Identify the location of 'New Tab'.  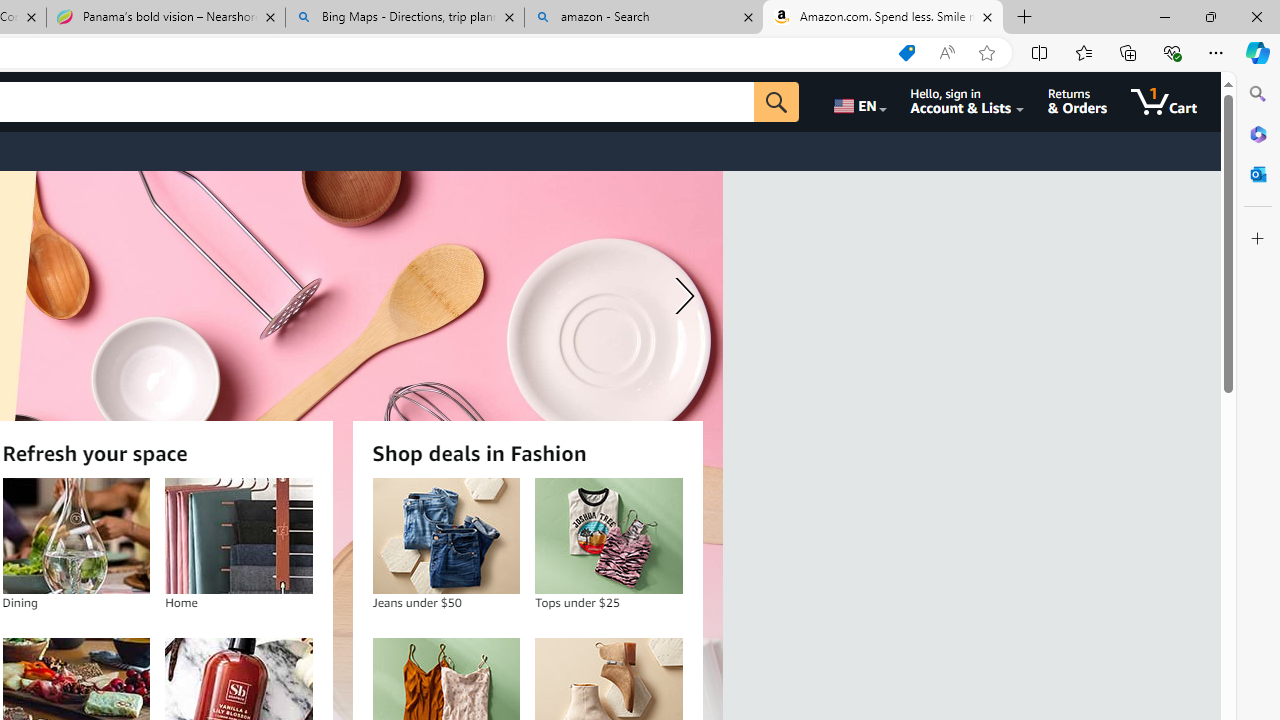
(1025, 17).